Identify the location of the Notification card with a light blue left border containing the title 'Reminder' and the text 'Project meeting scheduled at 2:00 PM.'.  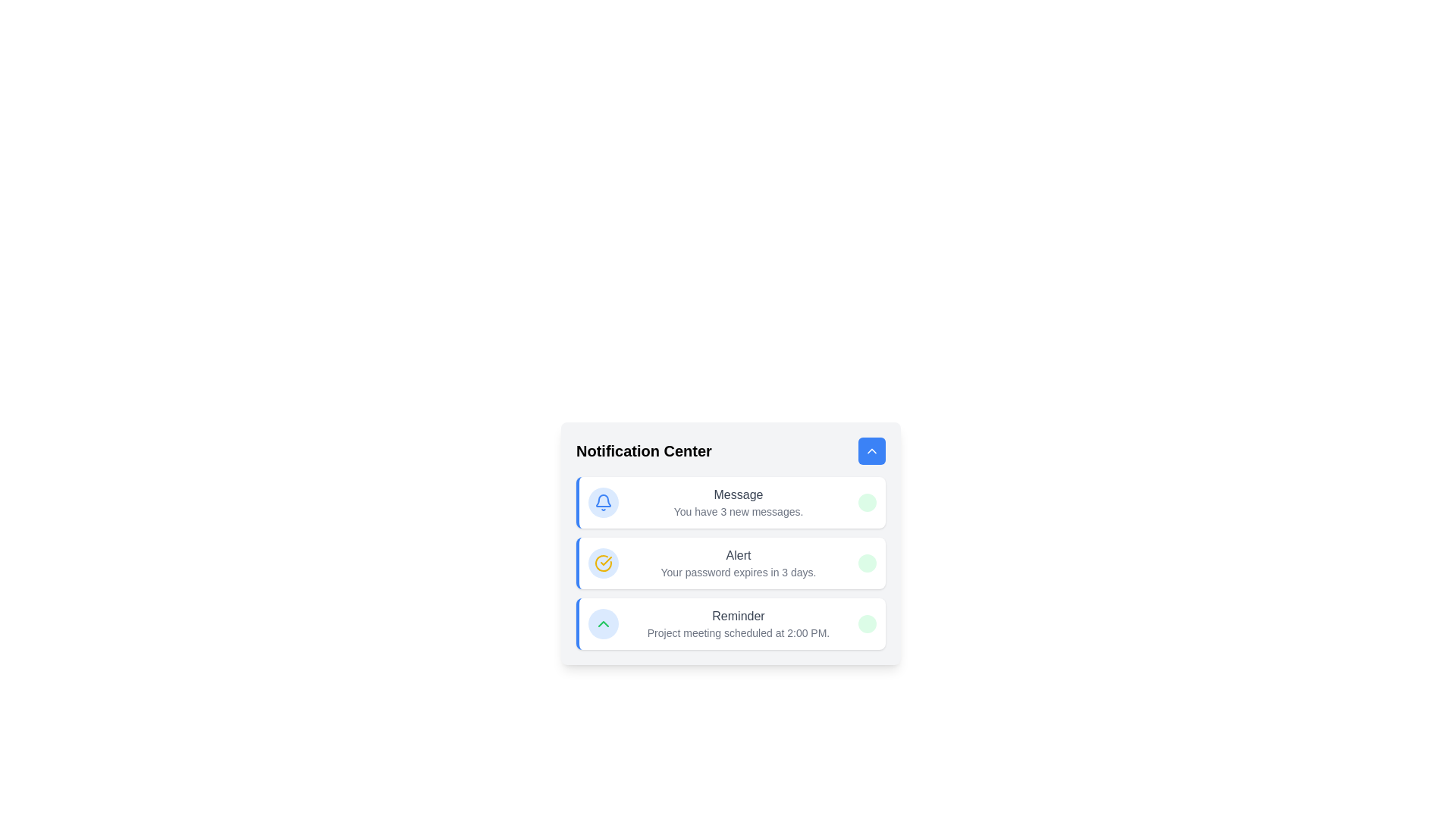
(731, 623).